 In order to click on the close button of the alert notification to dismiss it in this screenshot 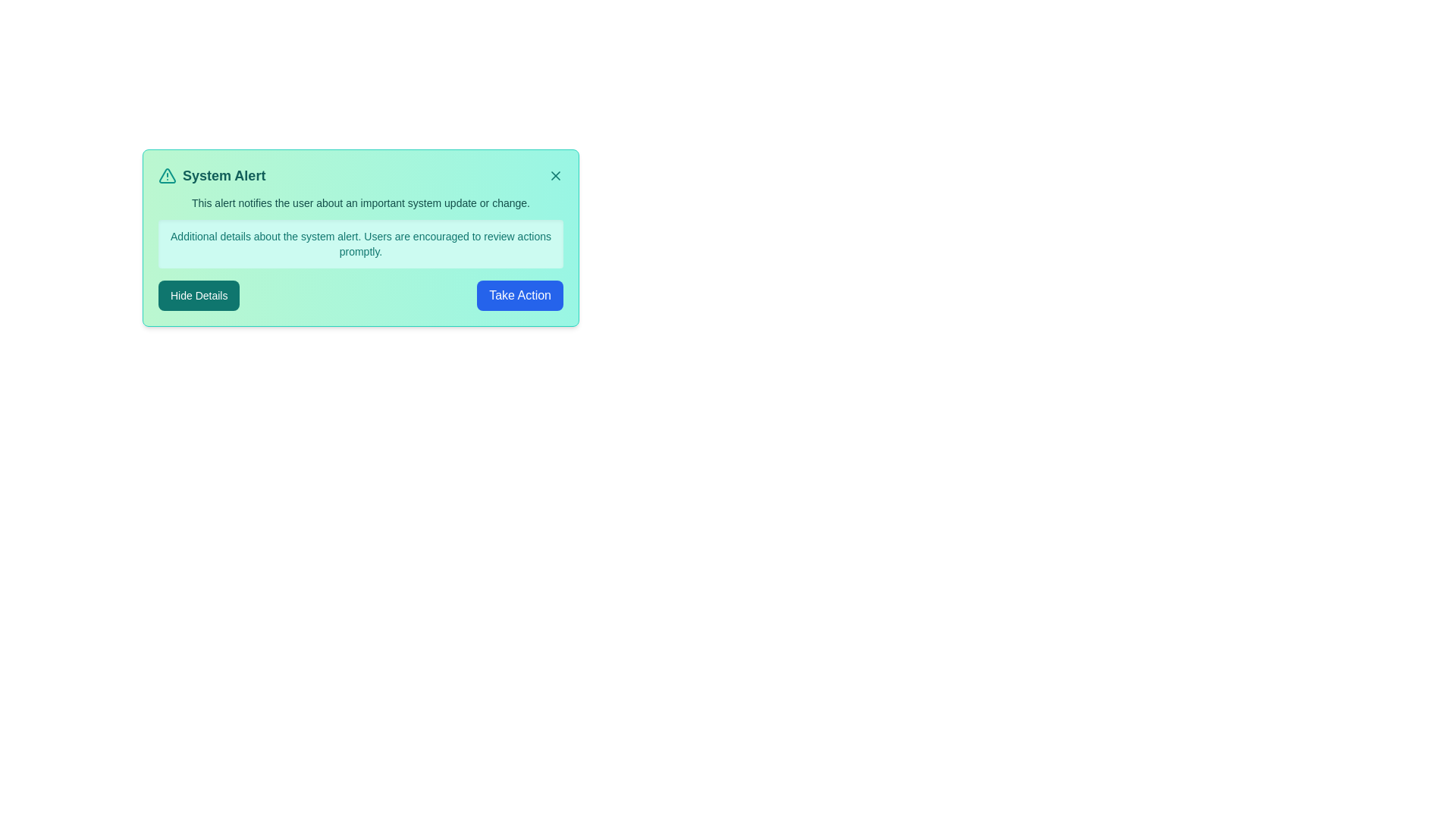, I will do `click(555, 174)`.